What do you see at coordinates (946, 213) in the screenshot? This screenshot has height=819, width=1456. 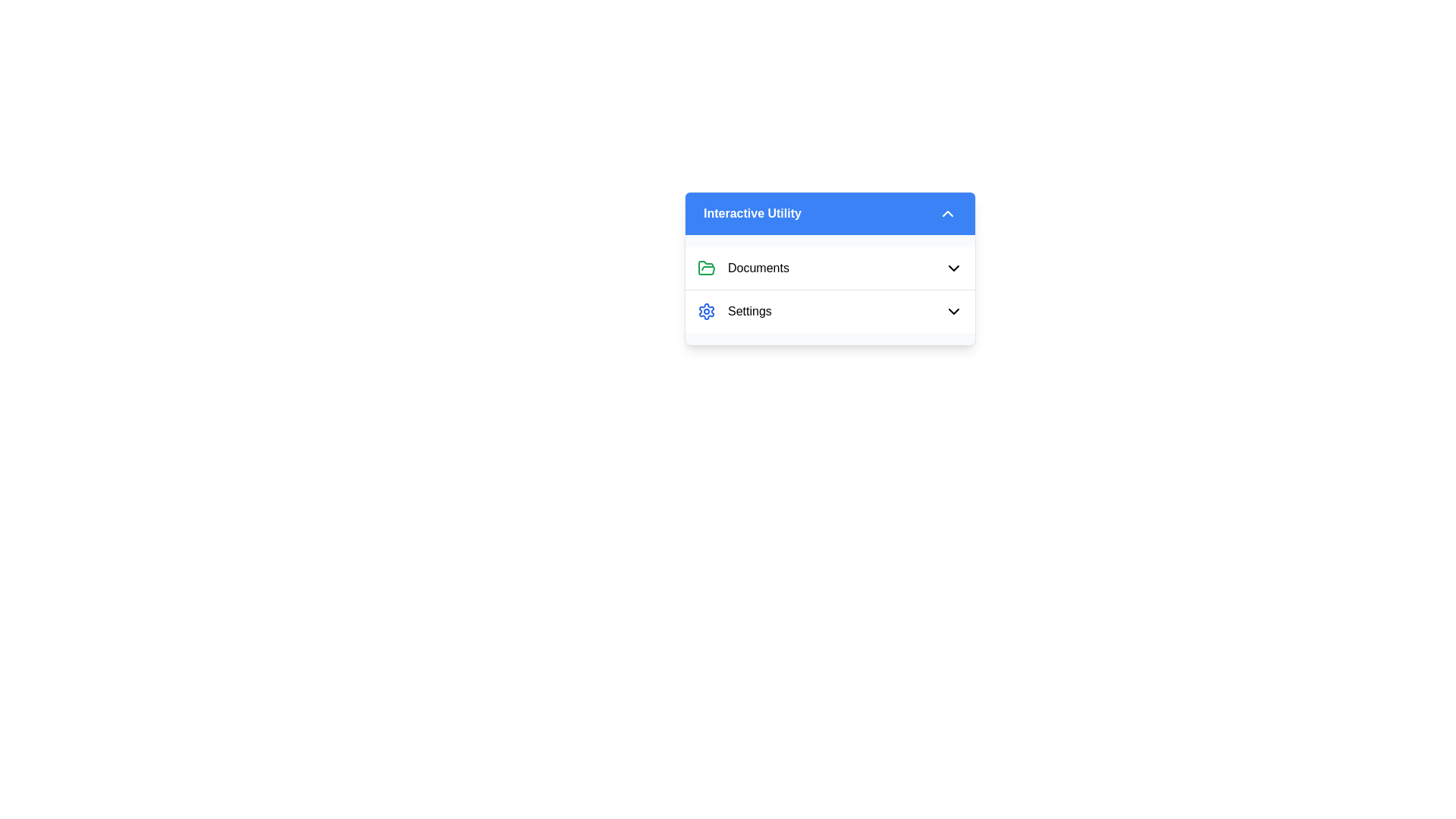 I see `the toggle icon button located at the top-right corner of the 'Interactive Utility' section` at bounding box center [946, 213].